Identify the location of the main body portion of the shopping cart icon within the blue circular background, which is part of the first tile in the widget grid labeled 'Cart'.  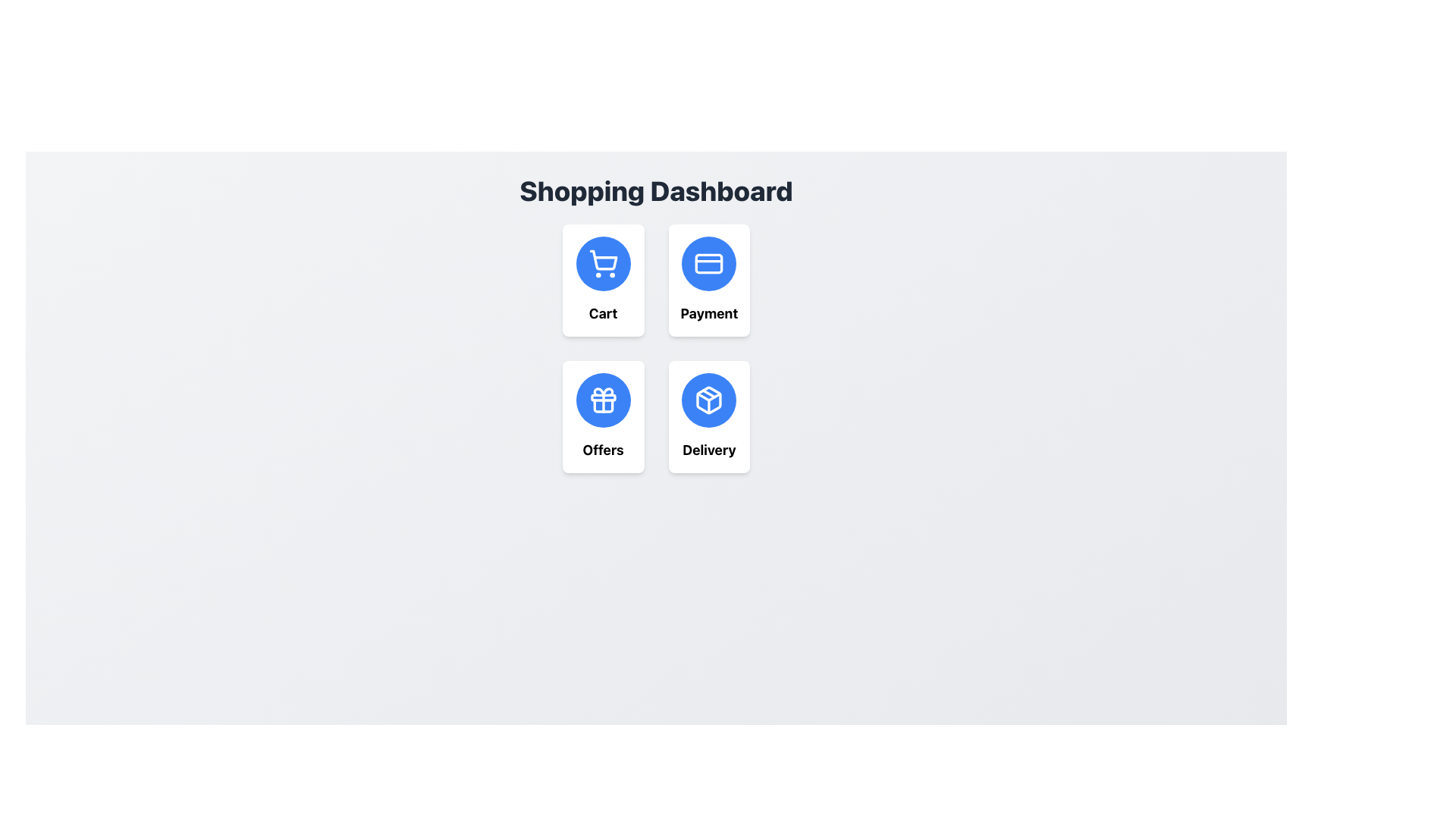
(602, 259).